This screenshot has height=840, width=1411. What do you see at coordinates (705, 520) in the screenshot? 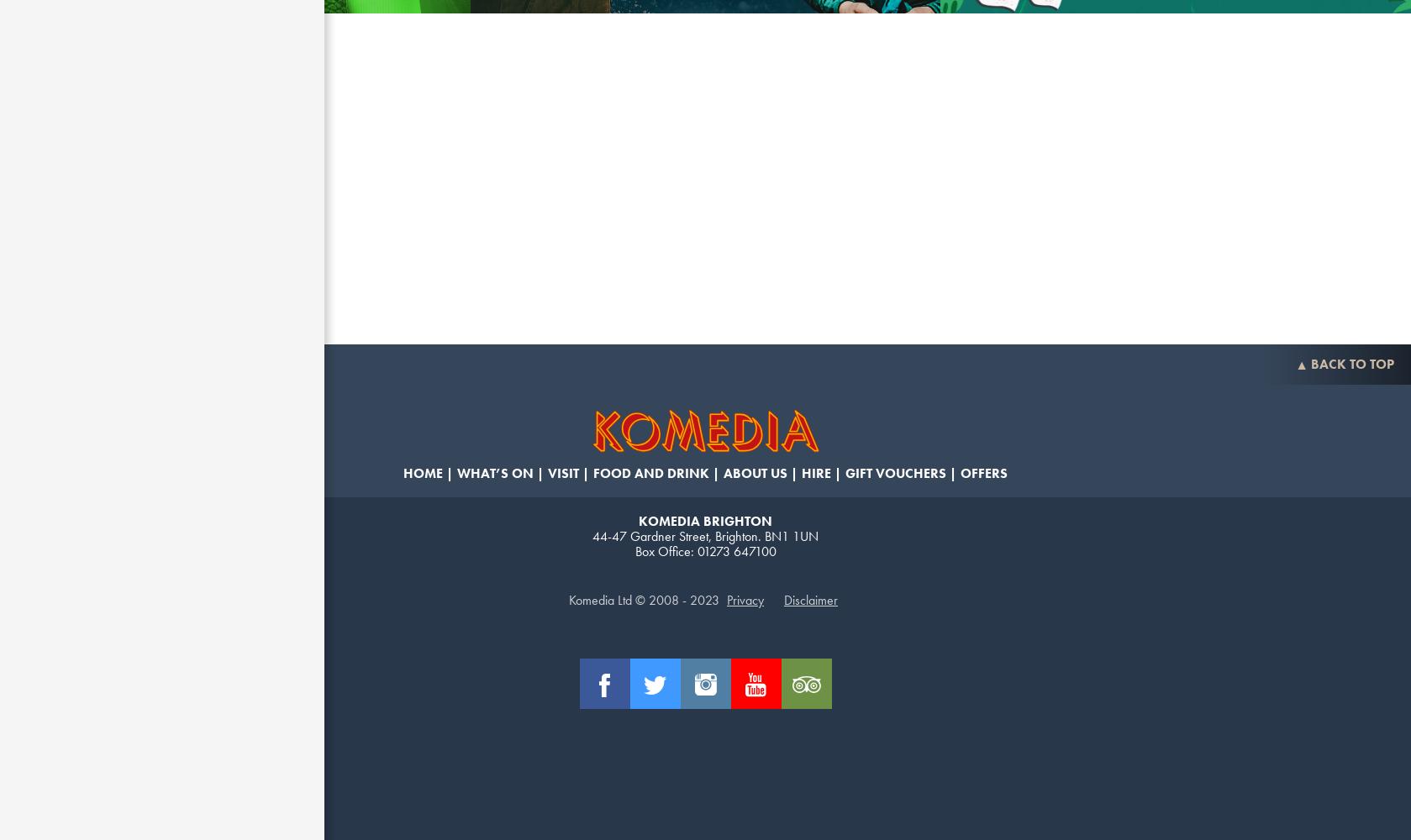
I see `'Komedia Brighton'` at bounding box center [705, 520].